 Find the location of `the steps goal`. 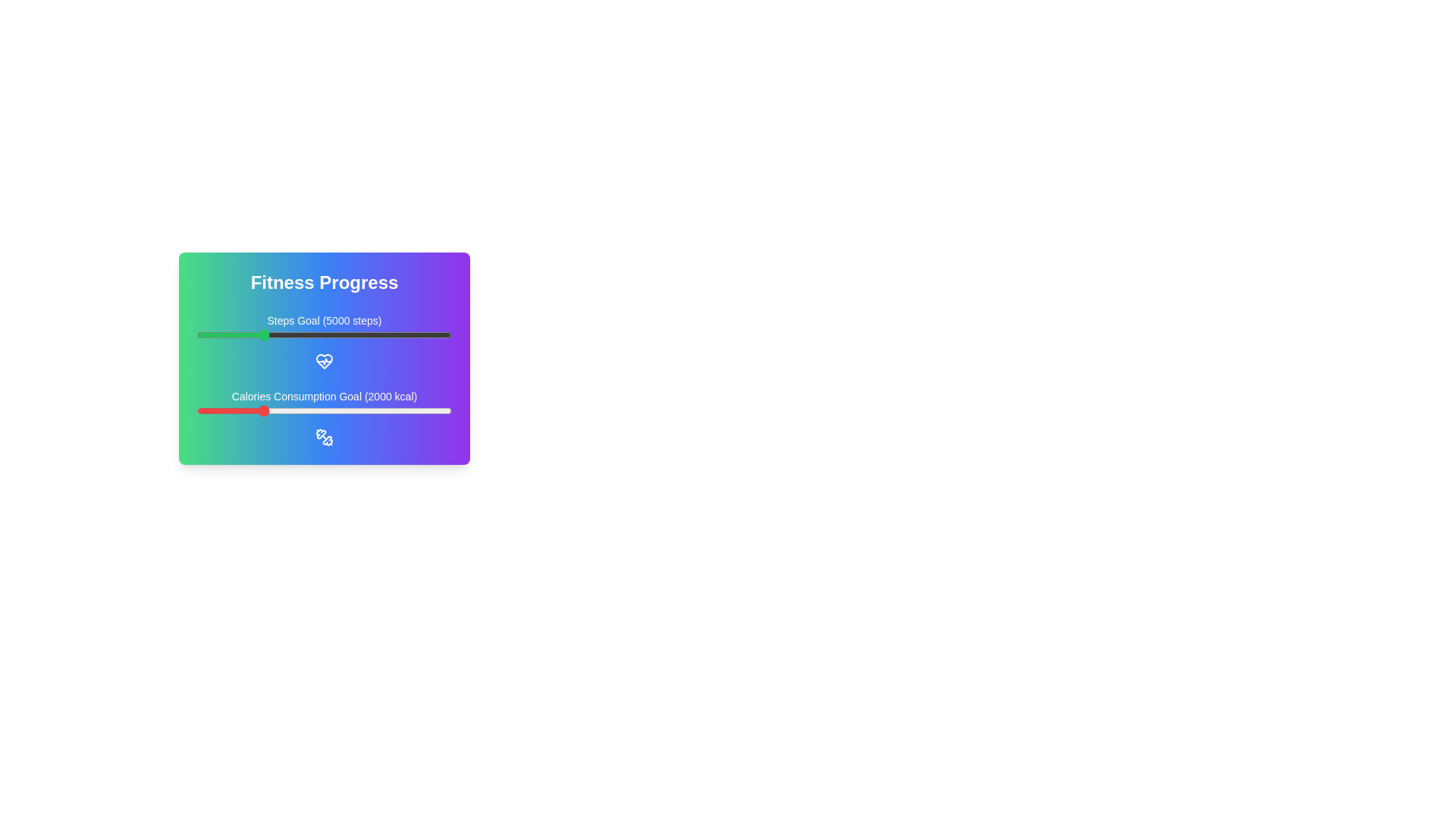

the steps goal is located at coordinates (350, 334).